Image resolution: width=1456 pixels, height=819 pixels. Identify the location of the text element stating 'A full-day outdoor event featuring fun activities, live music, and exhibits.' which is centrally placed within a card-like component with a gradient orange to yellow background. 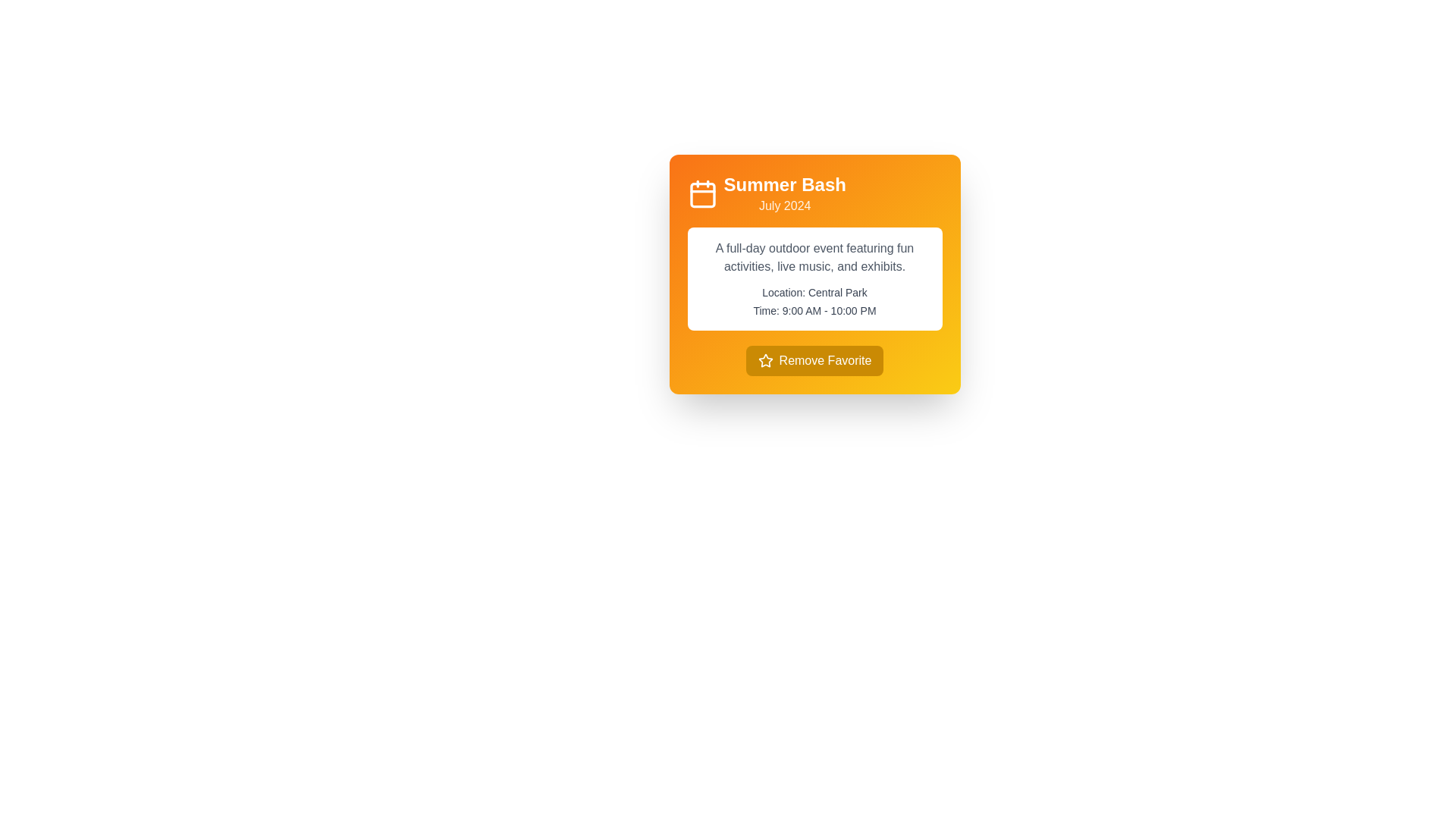
(814, 256).